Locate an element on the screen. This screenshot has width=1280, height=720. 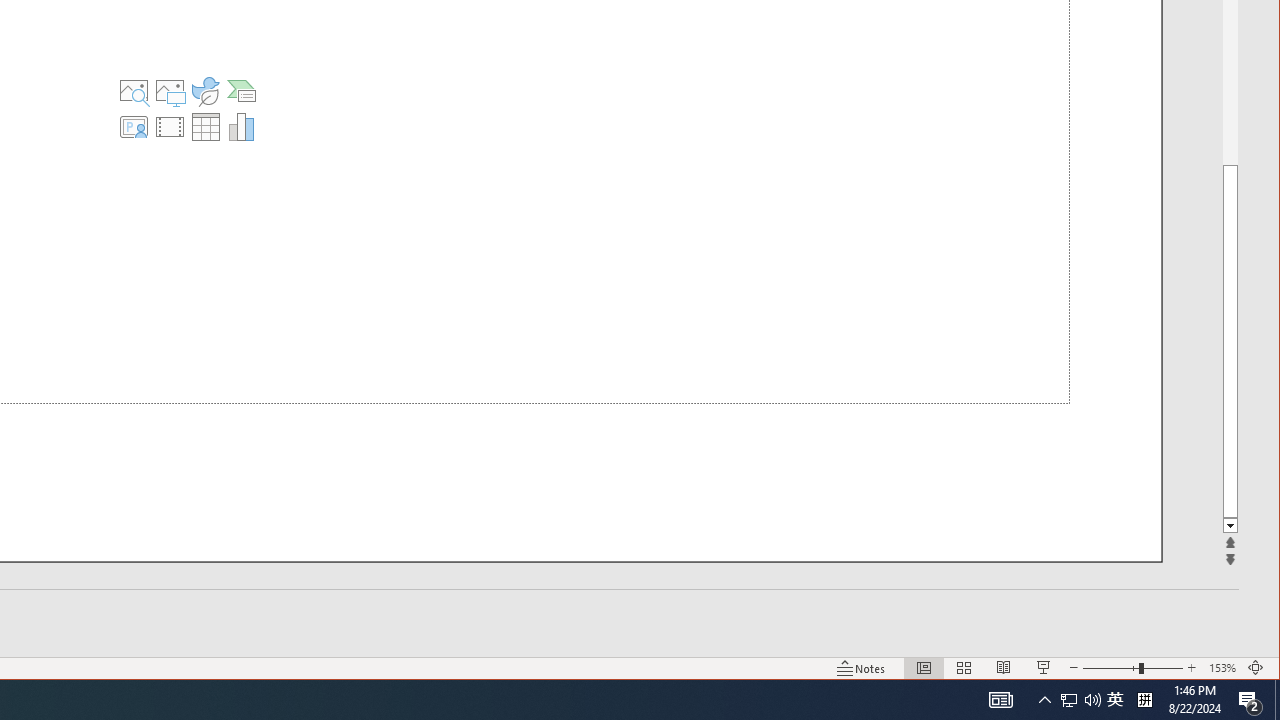
'Notification Chevron' is located at coordinates (1044, 698).